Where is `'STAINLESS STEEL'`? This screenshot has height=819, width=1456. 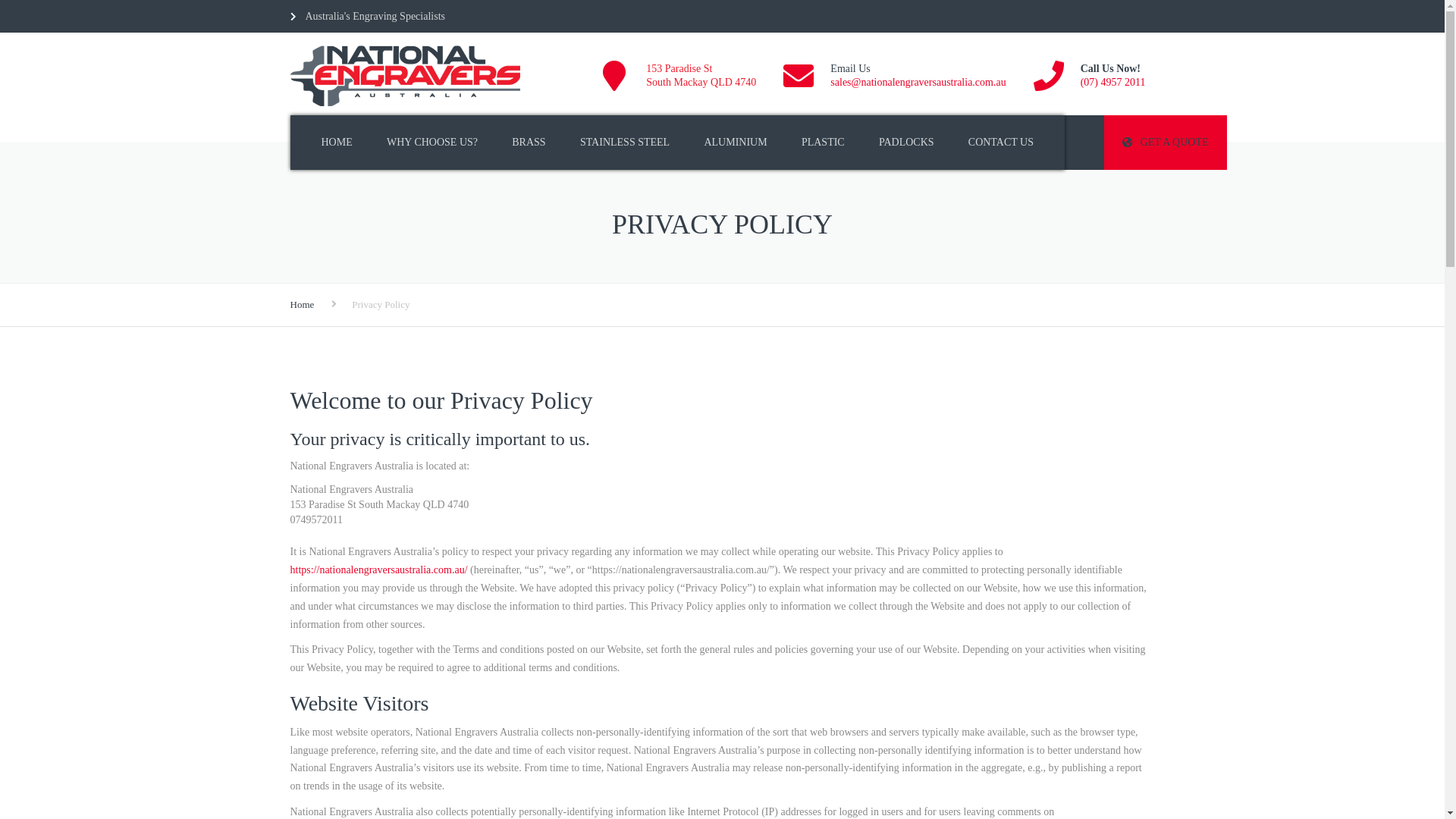 'STAINLESS STEEL' is located at coordinates (625, 143).